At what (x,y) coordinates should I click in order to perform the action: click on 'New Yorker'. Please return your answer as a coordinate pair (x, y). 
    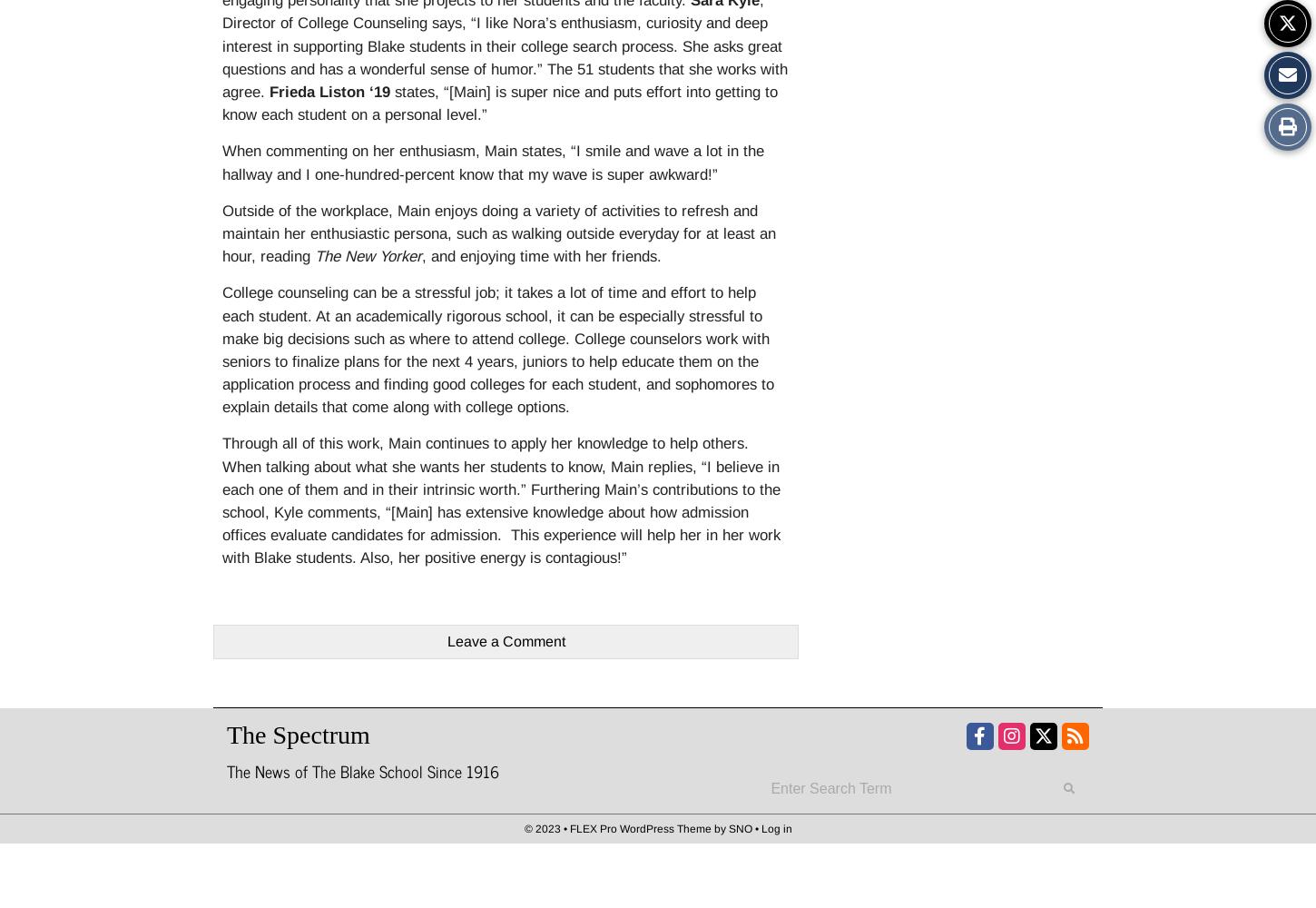
    Looking at the image, I should click on (382, 256).